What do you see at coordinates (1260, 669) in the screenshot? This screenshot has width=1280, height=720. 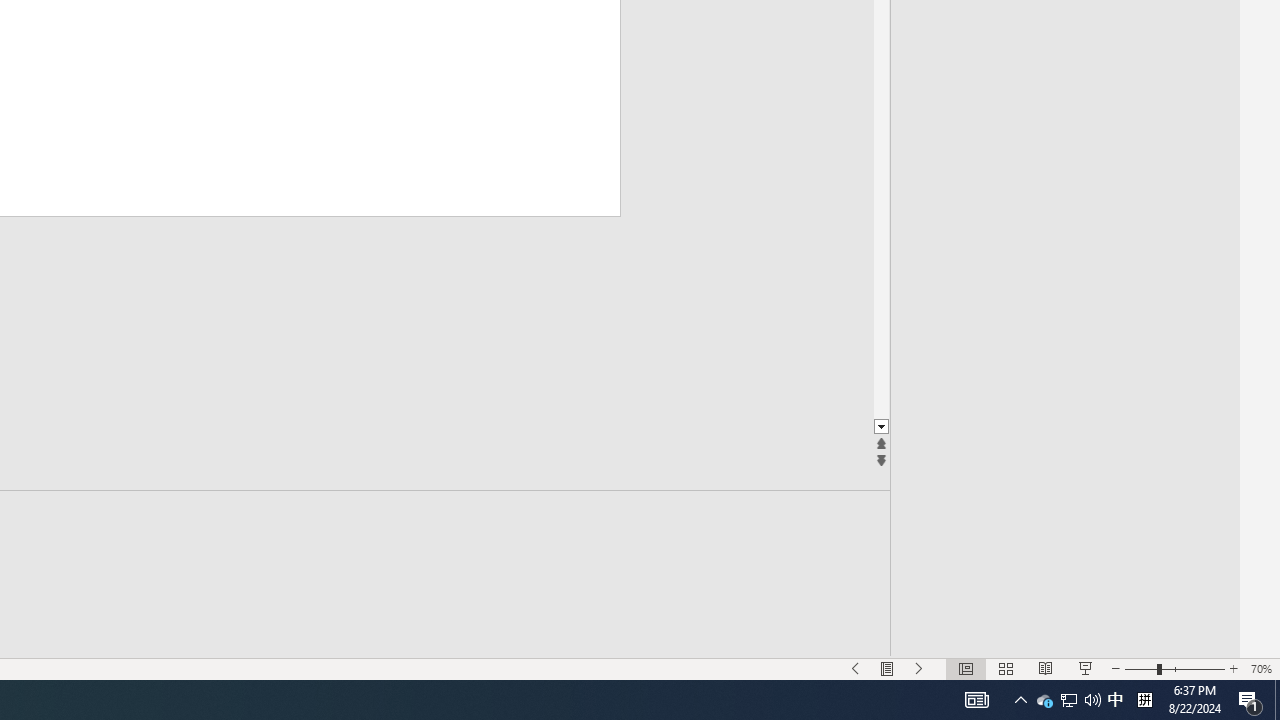 I see `'Zoom 70%'` at bounding box center [1260, 669].